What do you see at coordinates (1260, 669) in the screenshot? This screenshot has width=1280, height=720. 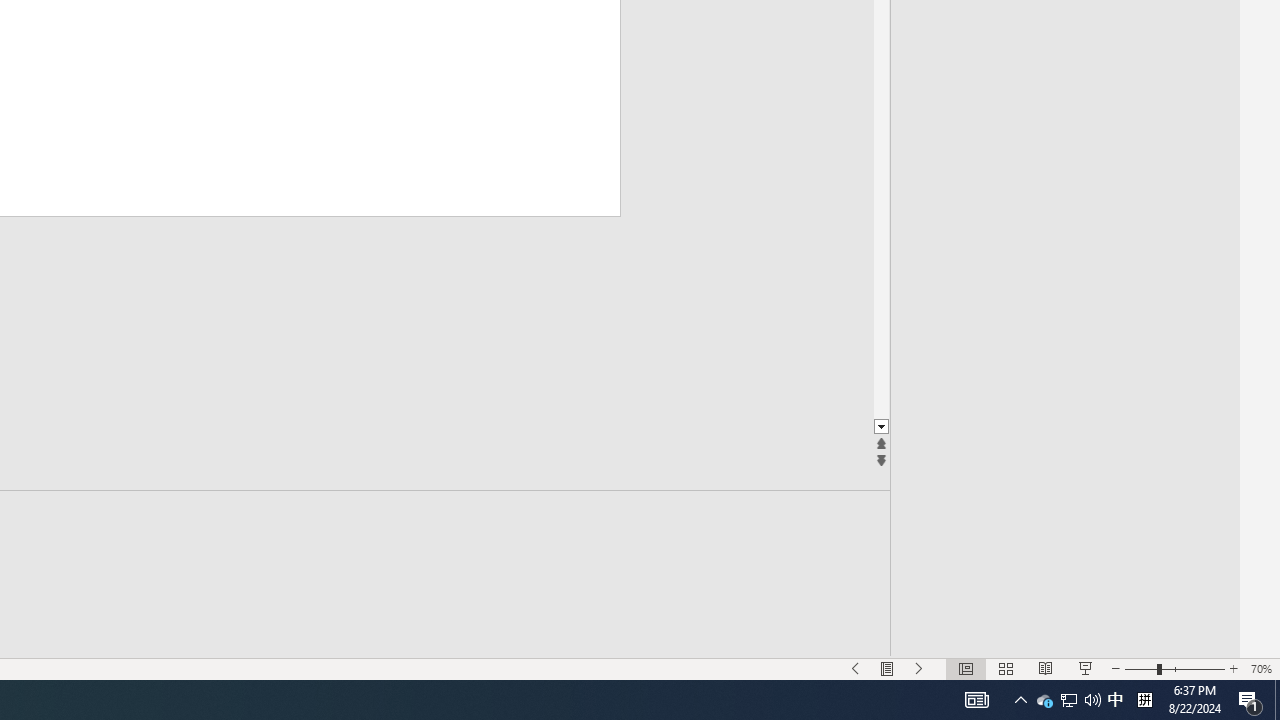 I see `'Zoom 70%'` at bounding box center [1260, 669].